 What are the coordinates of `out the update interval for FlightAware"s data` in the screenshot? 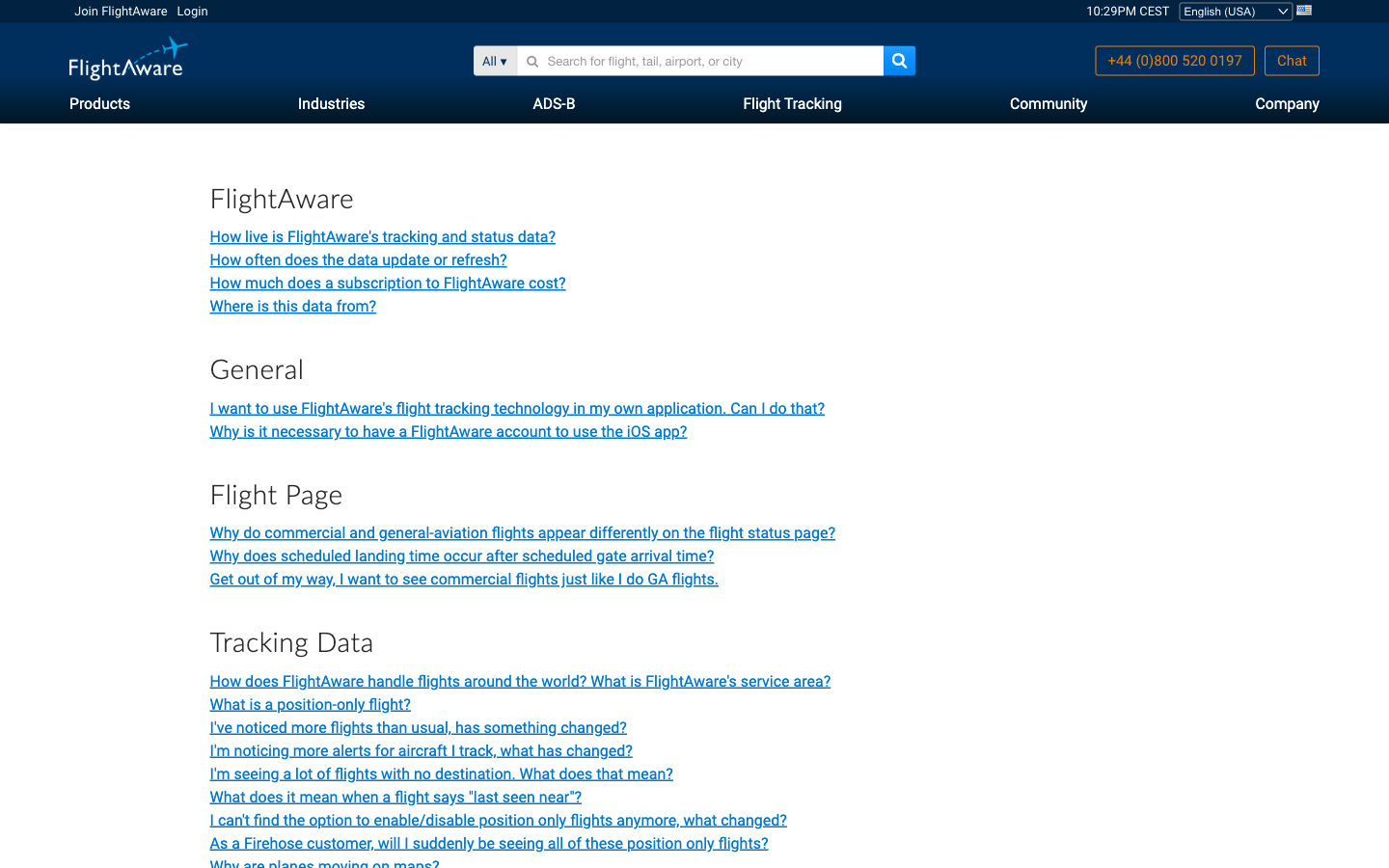 It's located at (357, 258).